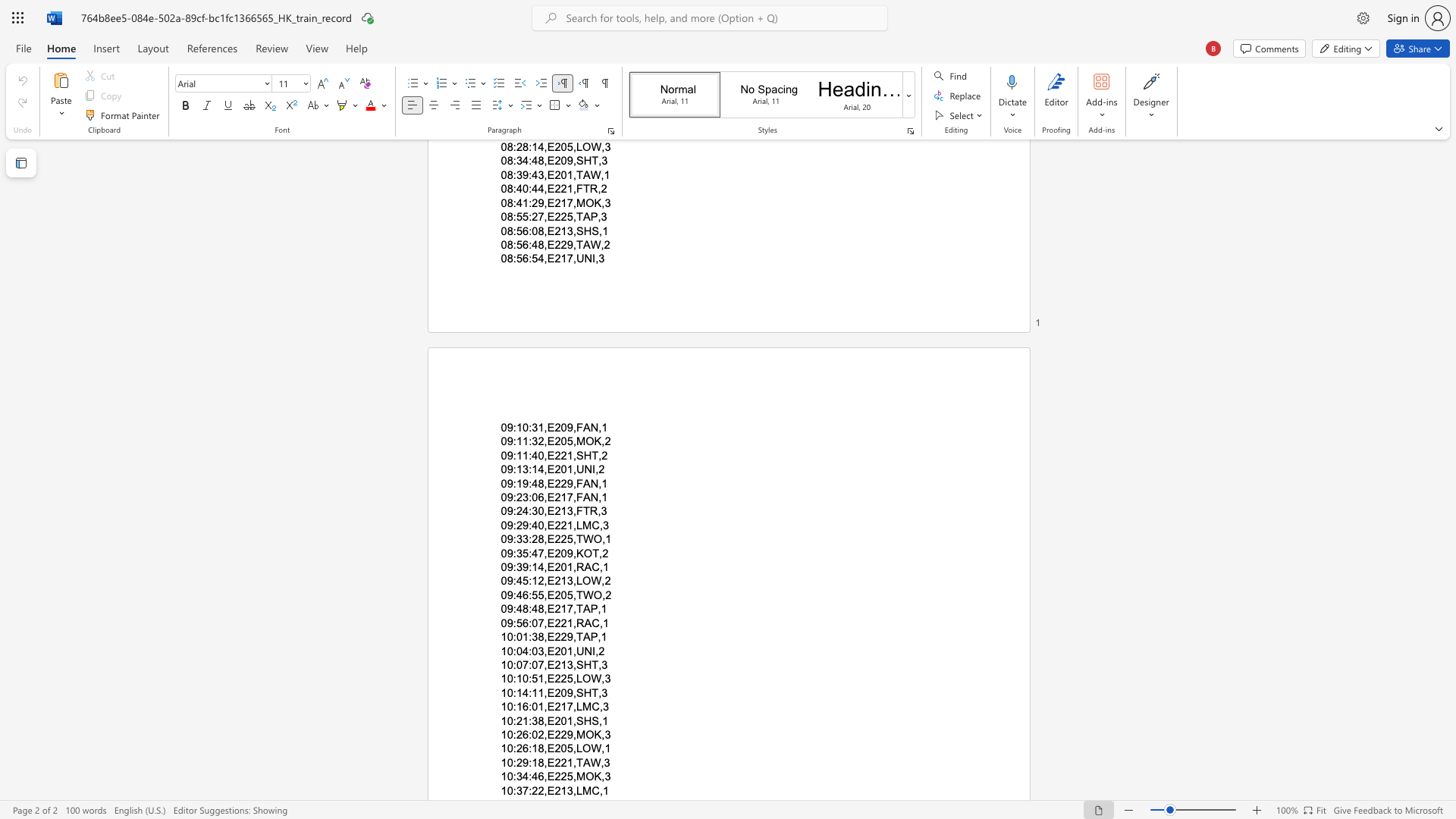 The height and width of the screenshot is (819, 1456). Describe the element at coordinates (582, 511) in the screenshot. I see `the space between the continuous character "F" and "T" in the text` at that location.